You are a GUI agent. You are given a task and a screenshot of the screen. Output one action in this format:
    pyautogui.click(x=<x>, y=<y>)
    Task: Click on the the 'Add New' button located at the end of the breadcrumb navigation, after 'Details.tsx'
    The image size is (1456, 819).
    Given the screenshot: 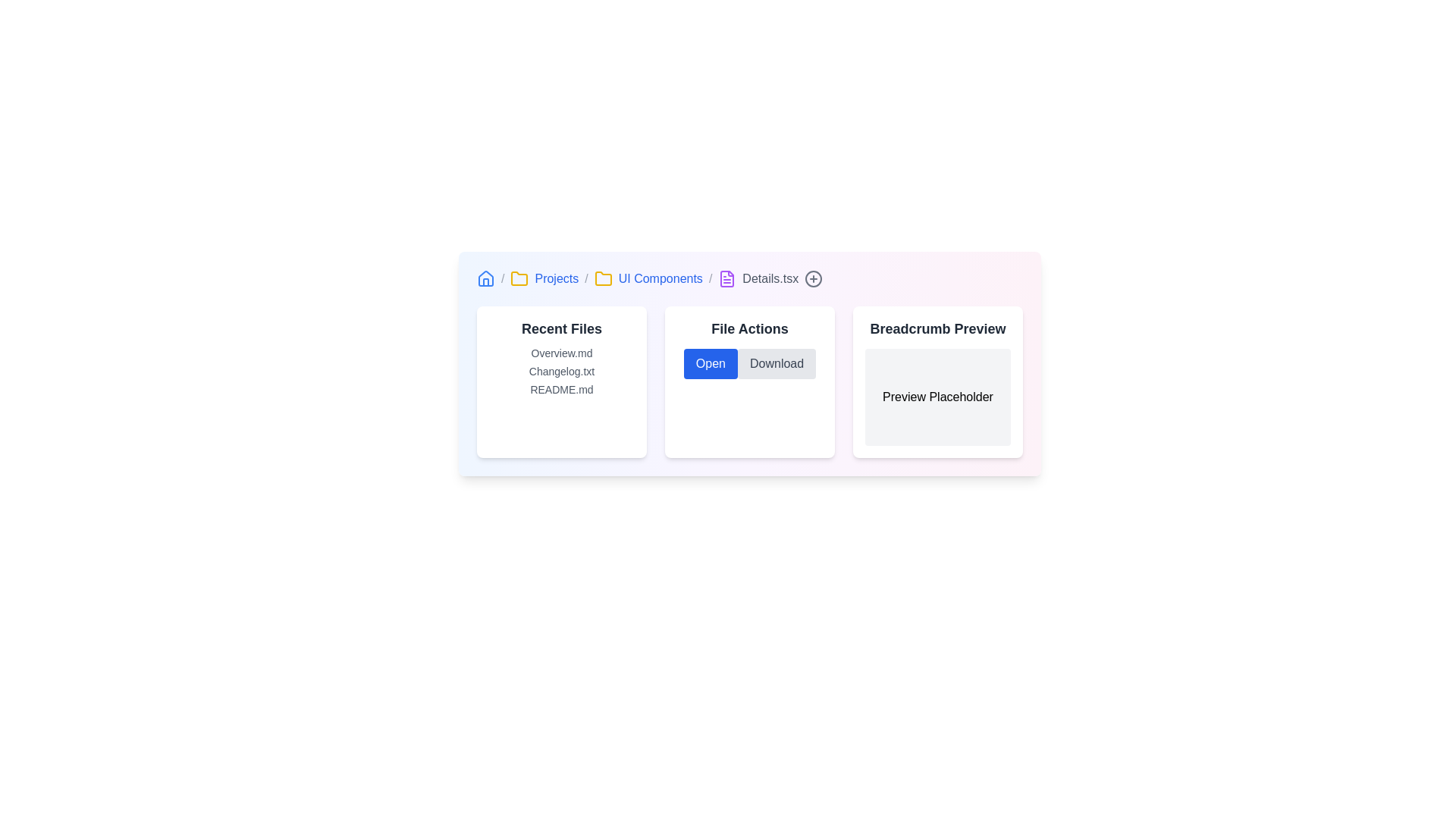 What is the action you would take?
    pyautogui.click(x=813, y=278)
    